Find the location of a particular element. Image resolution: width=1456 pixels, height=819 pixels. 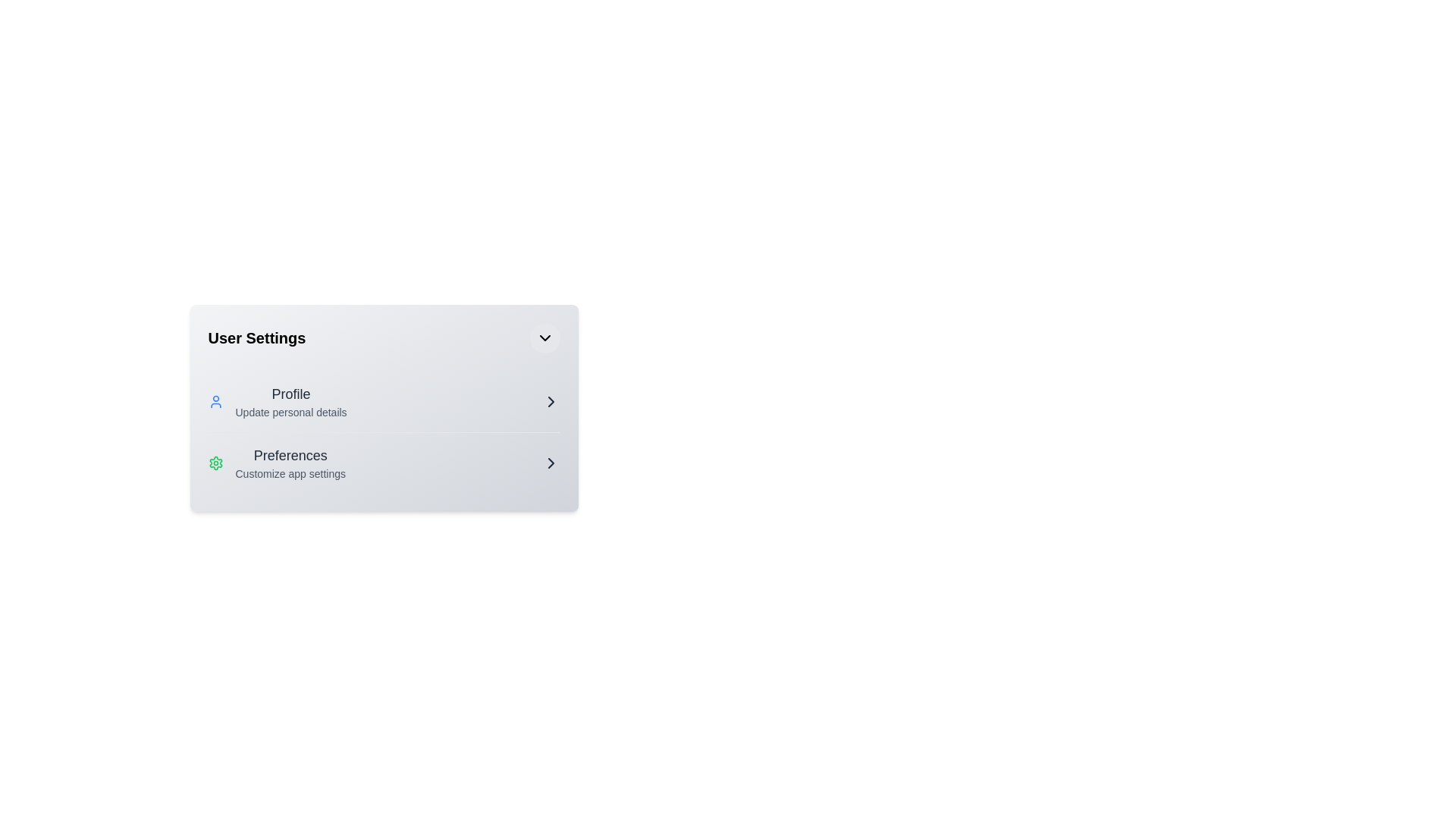

the 'Preferences' title element, which is styled in bold and acts as a heading for the section above the descriptive text 'Customize app settings' is located at coordinates (290, 455).